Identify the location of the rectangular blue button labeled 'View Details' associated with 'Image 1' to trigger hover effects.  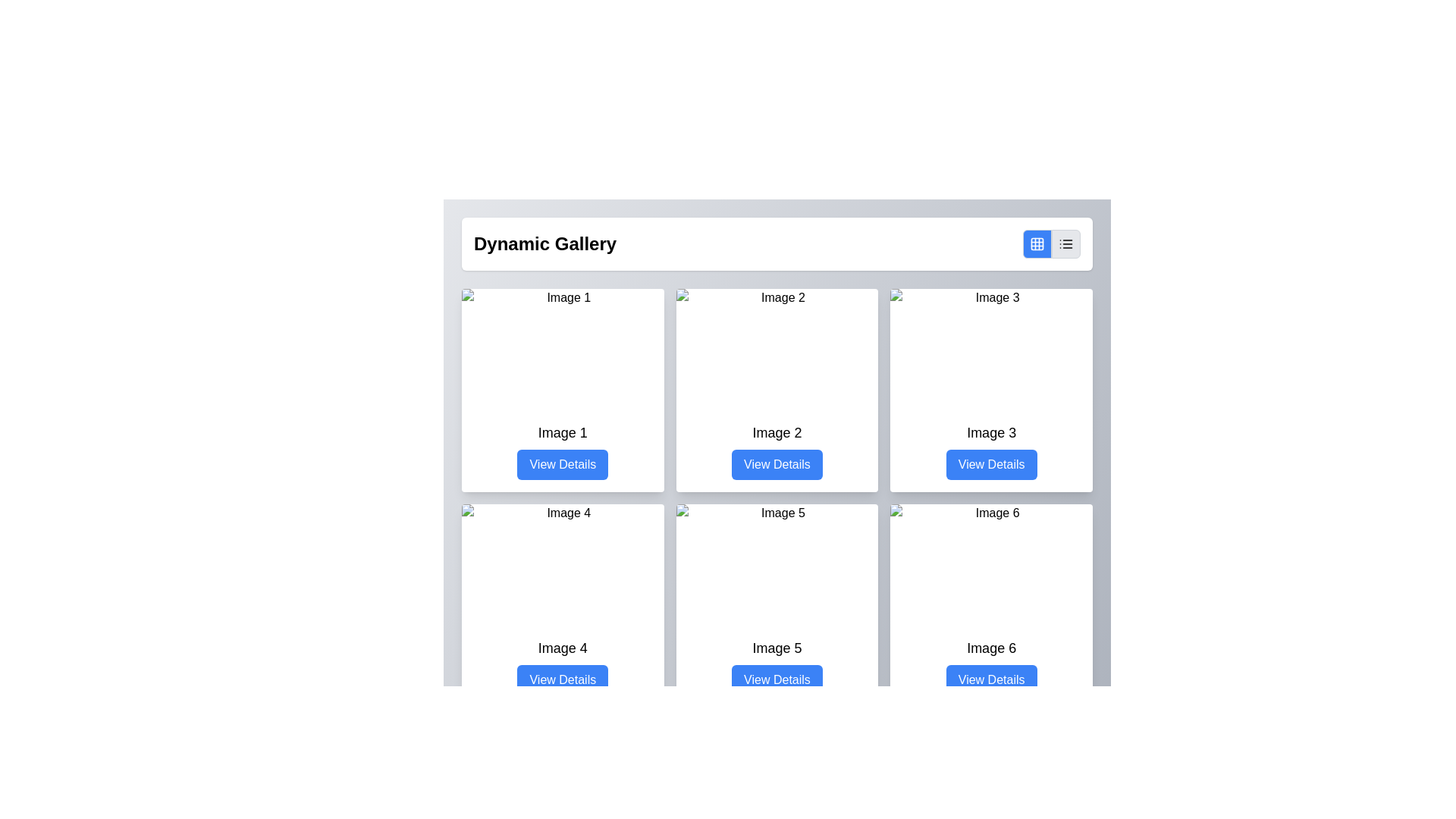
(562, 464).